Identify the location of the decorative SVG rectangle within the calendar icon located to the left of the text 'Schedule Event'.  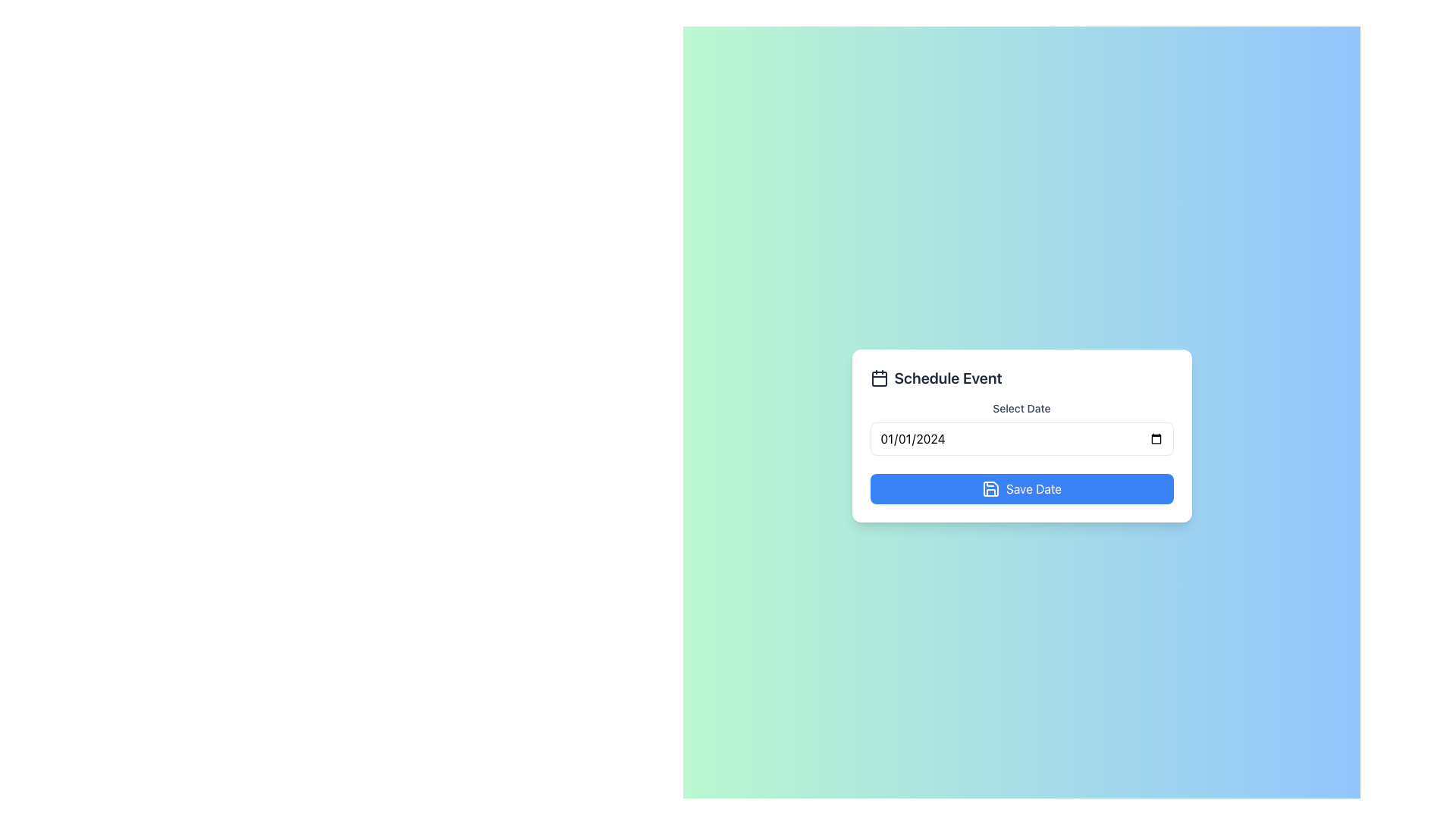
(879, 378).